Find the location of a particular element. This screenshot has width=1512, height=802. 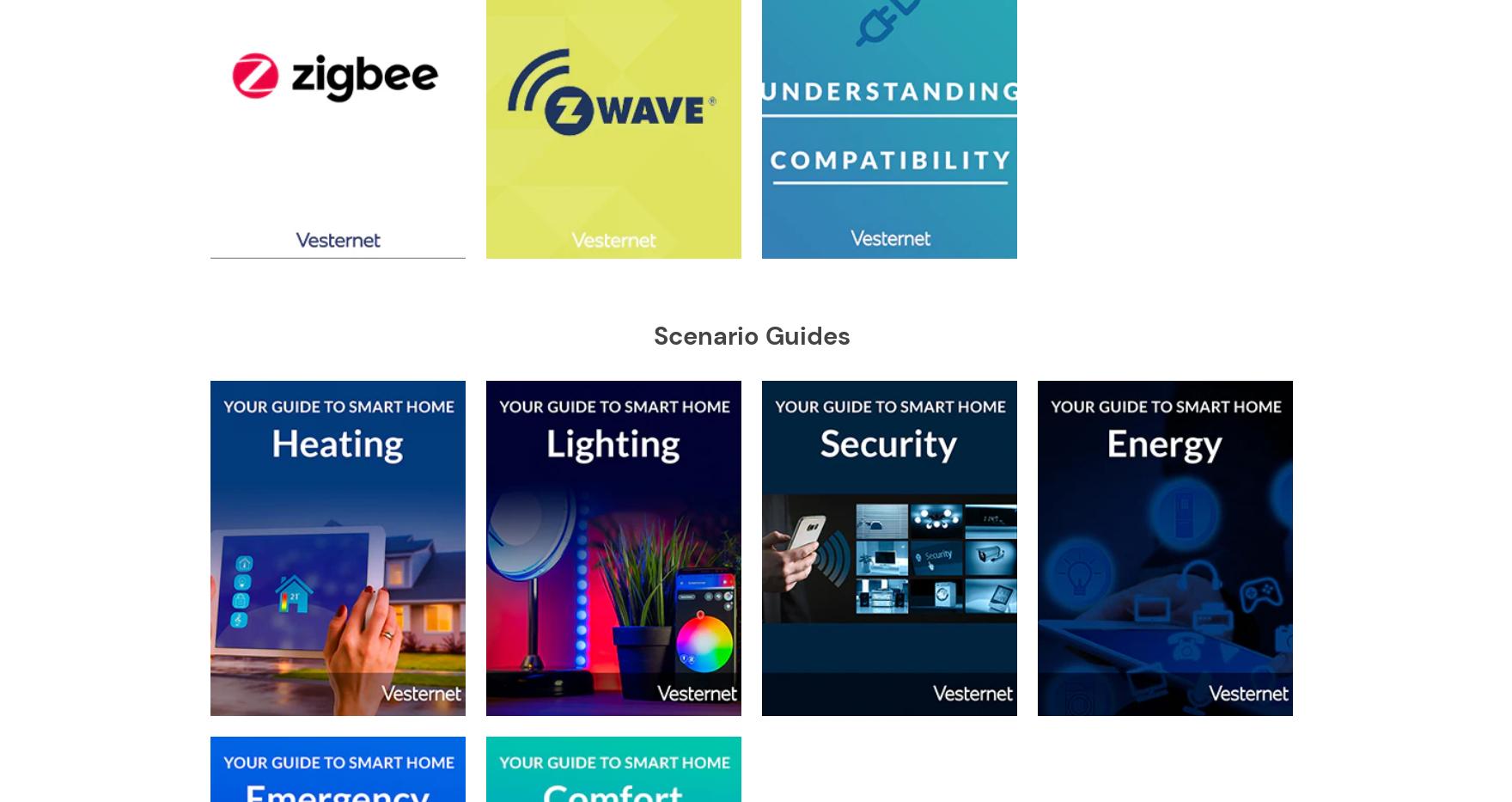

'Thermostat & Boiler Control Kits' is located at coordinates (363, 208).